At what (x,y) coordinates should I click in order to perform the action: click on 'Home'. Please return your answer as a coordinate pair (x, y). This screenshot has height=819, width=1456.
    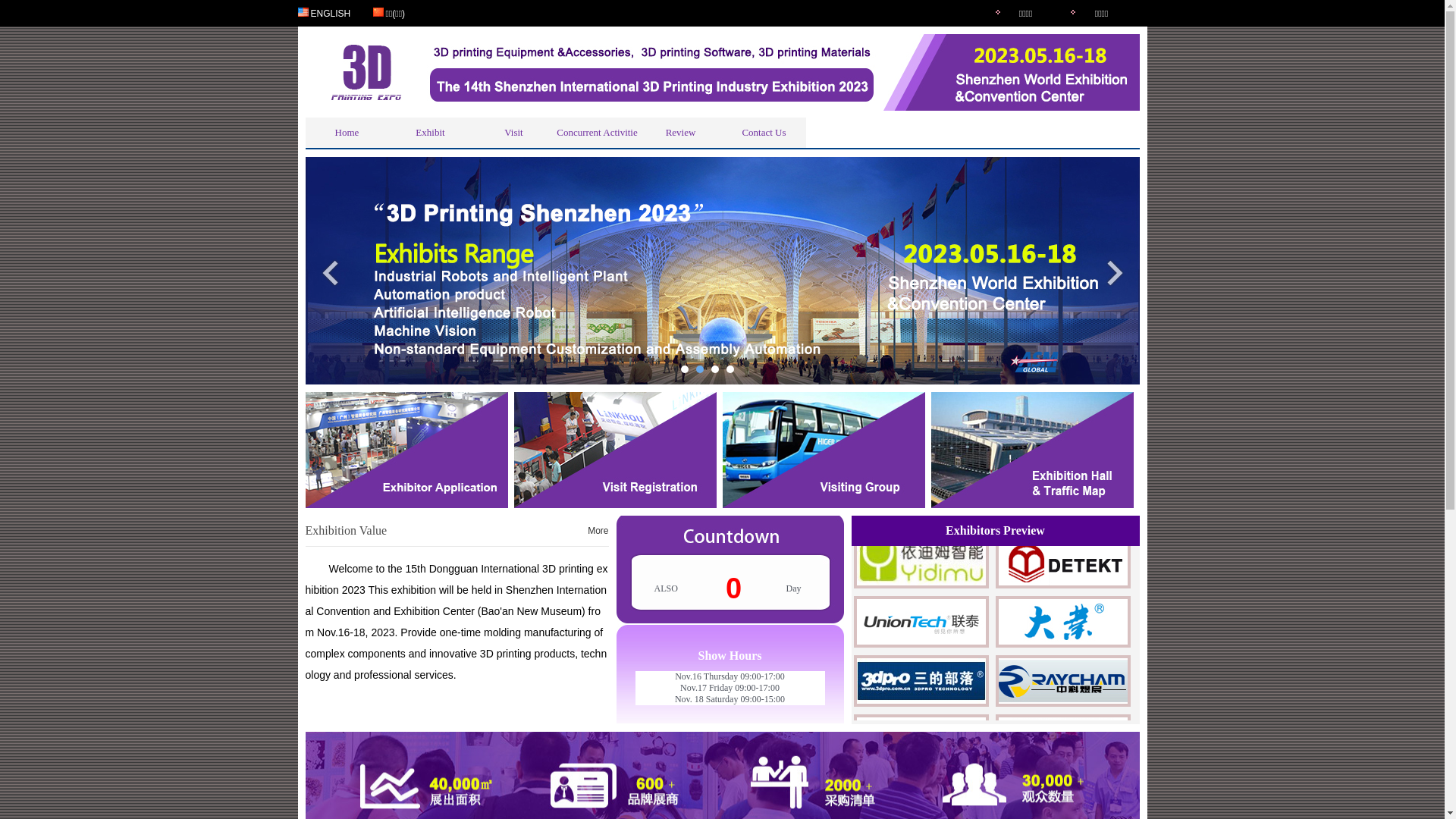
    Looking at the image, I should click on (345, 131).